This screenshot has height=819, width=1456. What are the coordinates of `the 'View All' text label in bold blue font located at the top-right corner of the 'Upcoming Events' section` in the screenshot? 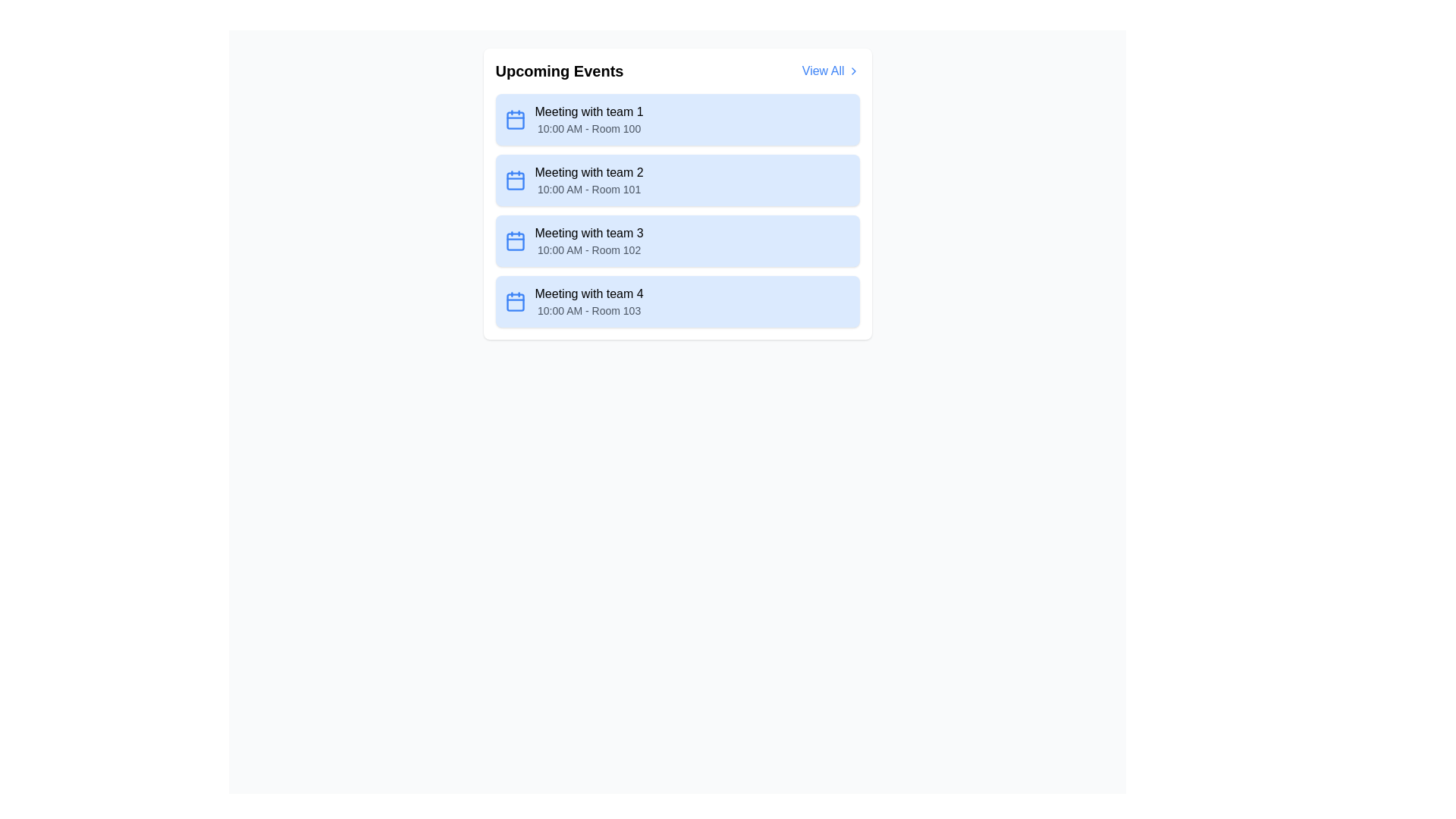 It's located at (822, 71).